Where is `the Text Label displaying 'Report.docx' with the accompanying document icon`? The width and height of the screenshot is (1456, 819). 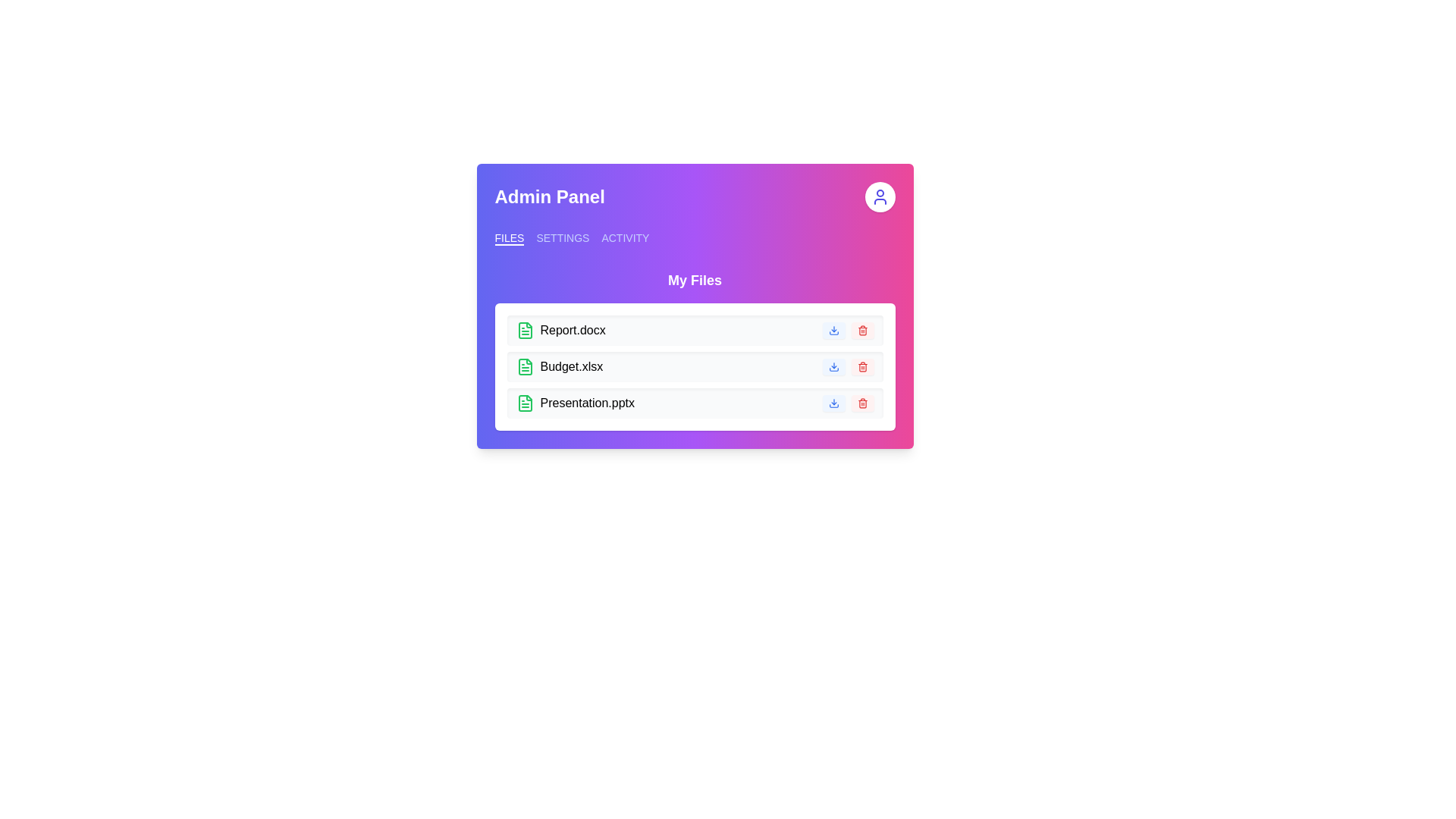 the Text Label displaying 'Report.docx' with the accompanying document icon is located at coordinates (560, 329).